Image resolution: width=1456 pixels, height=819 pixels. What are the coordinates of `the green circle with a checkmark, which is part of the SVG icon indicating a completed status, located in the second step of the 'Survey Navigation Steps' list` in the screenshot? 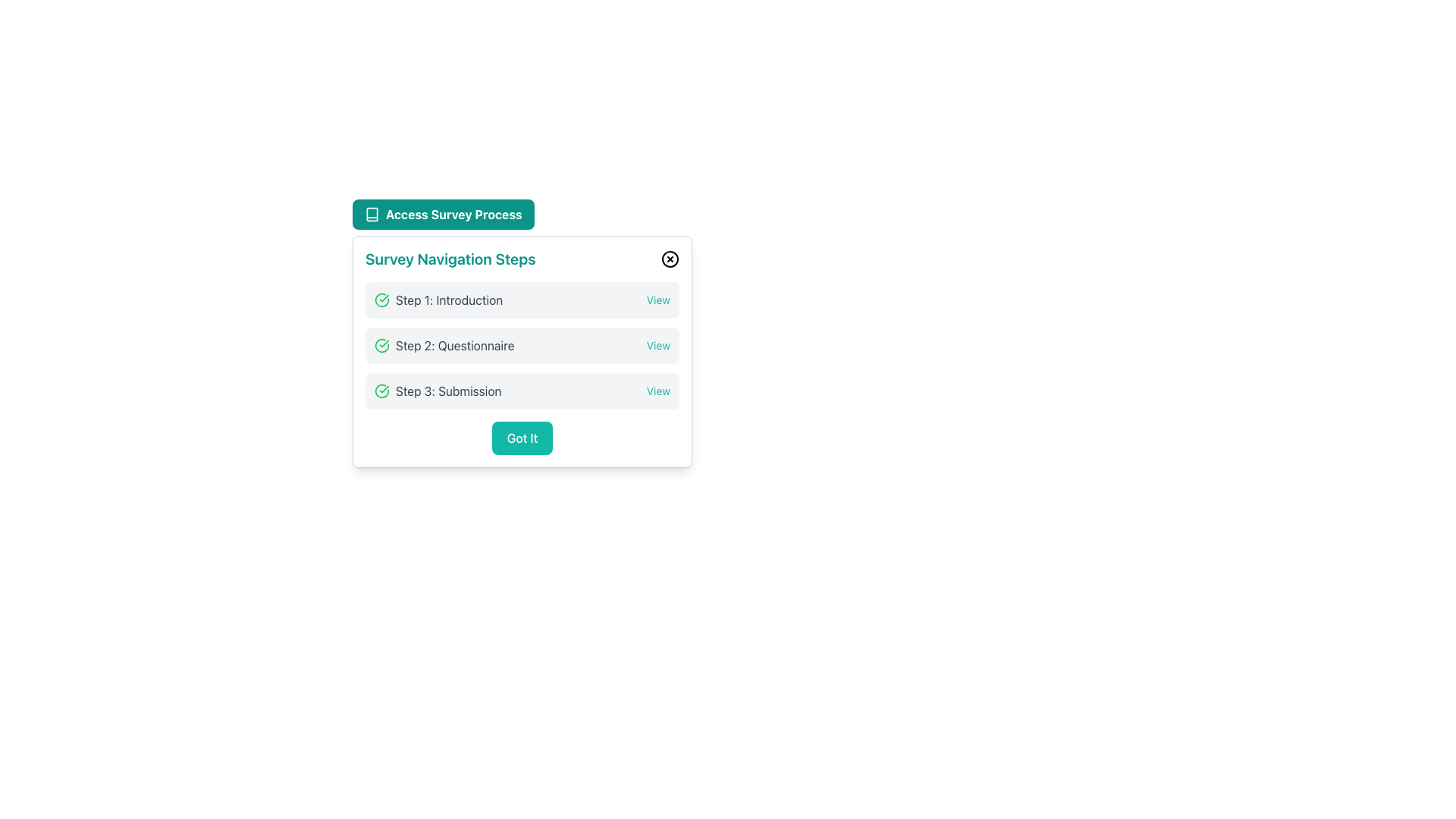 It's located at (382, 300).